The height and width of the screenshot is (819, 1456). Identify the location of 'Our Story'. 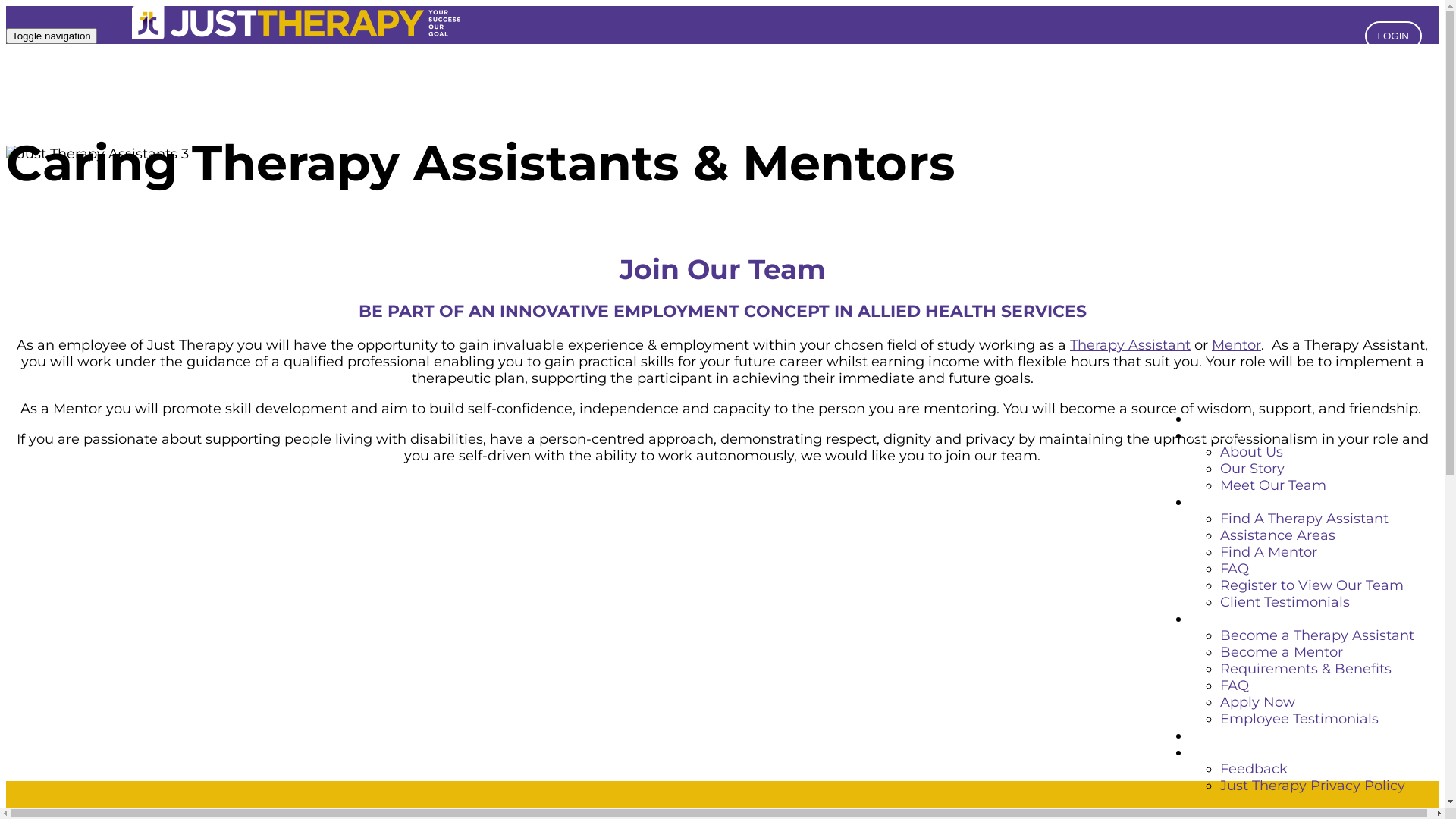
(1222, 435).